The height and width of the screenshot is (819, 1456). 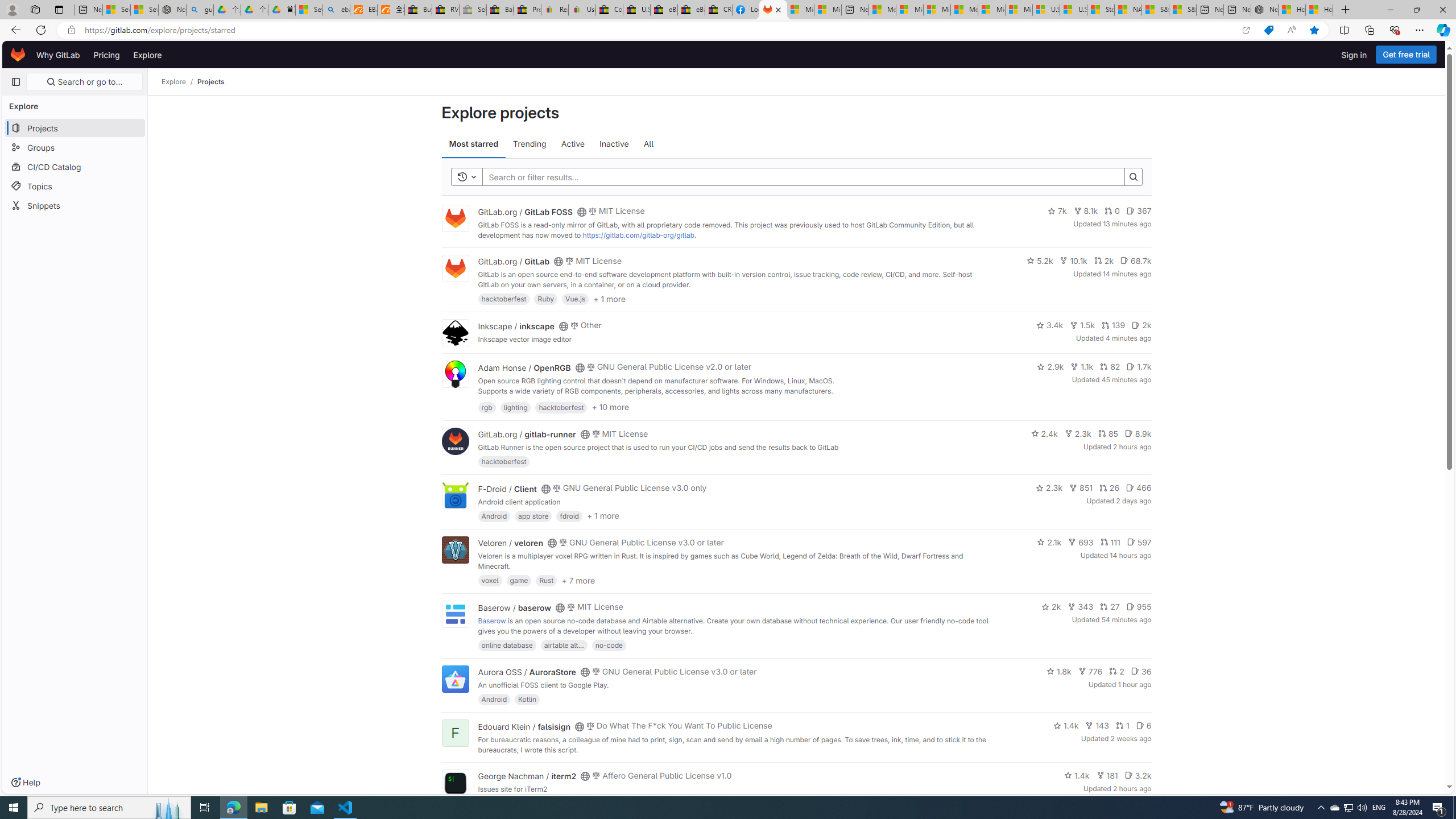 What do you see at coordinates (515, 407) in the screenshot?
I see `'lighting'` at bounding box center [515, 407].